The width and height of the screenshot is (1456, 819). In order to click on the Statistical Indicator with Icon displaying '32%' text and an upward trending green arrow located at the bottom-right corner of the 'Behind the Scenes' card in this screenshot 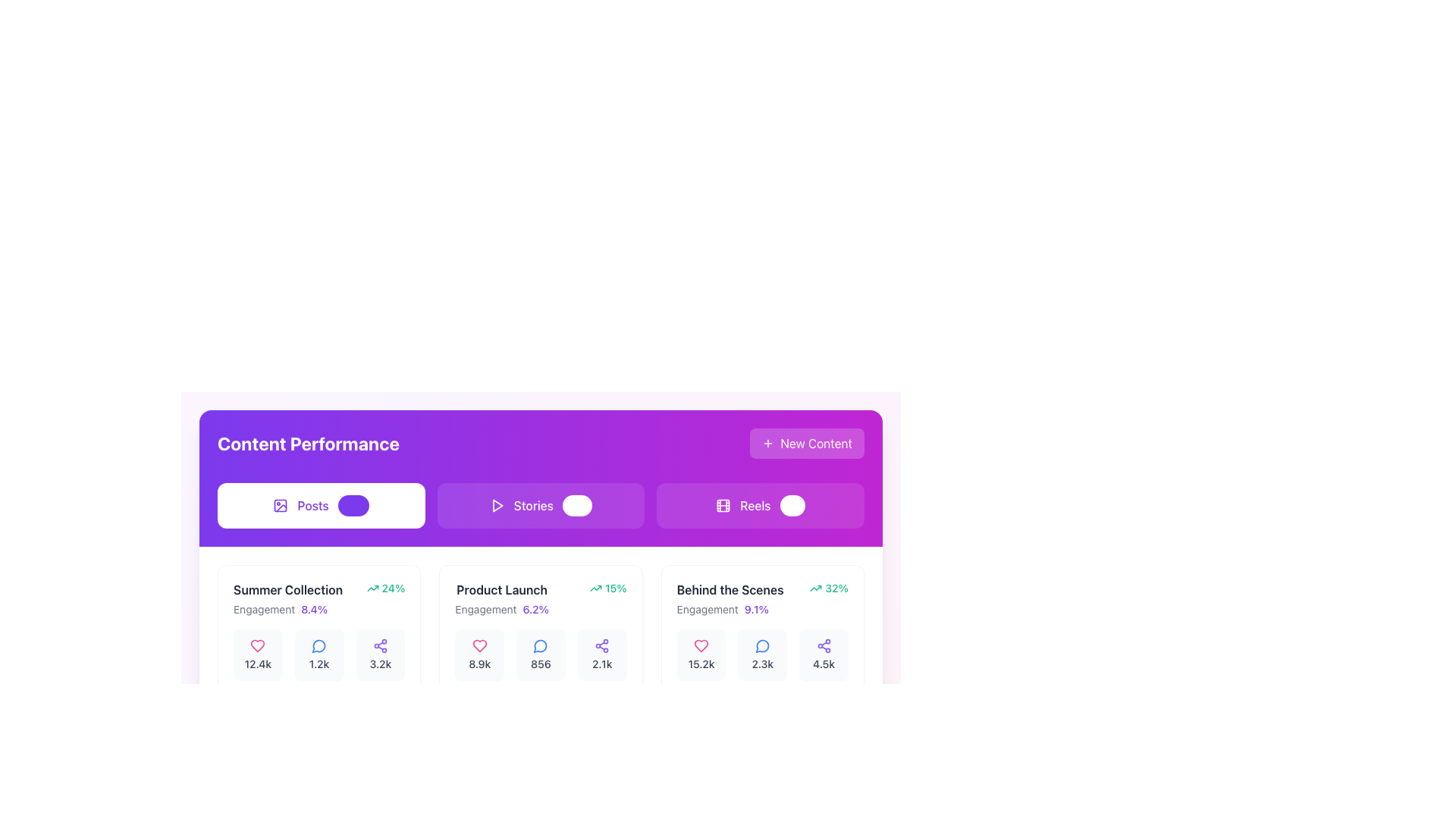, I will do `click(828, 587)`.